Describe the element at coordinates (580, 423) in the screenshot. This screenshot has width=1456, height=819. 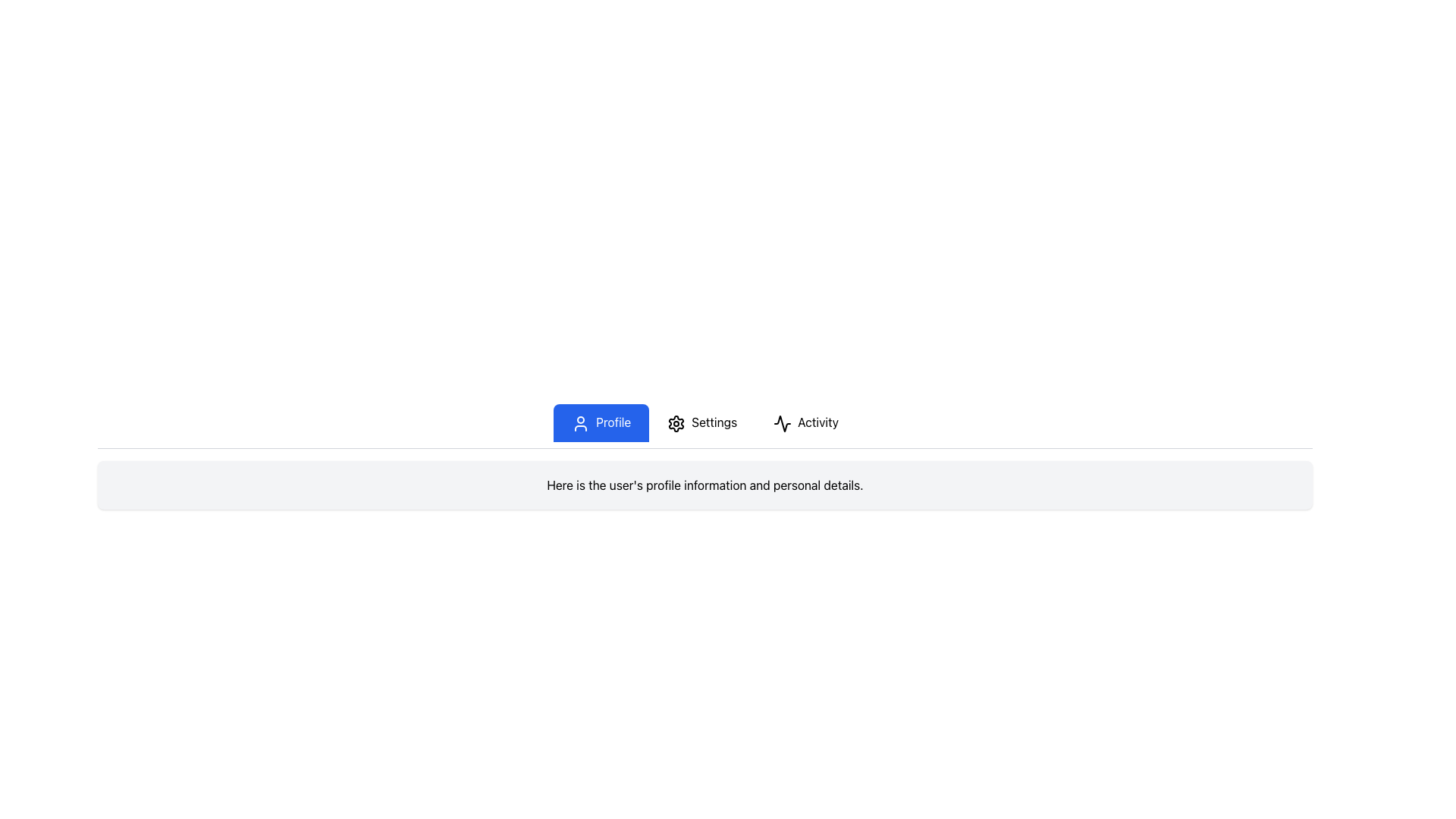
I see `the user profile icon within the blue button labeled 'Profile'` at that location.